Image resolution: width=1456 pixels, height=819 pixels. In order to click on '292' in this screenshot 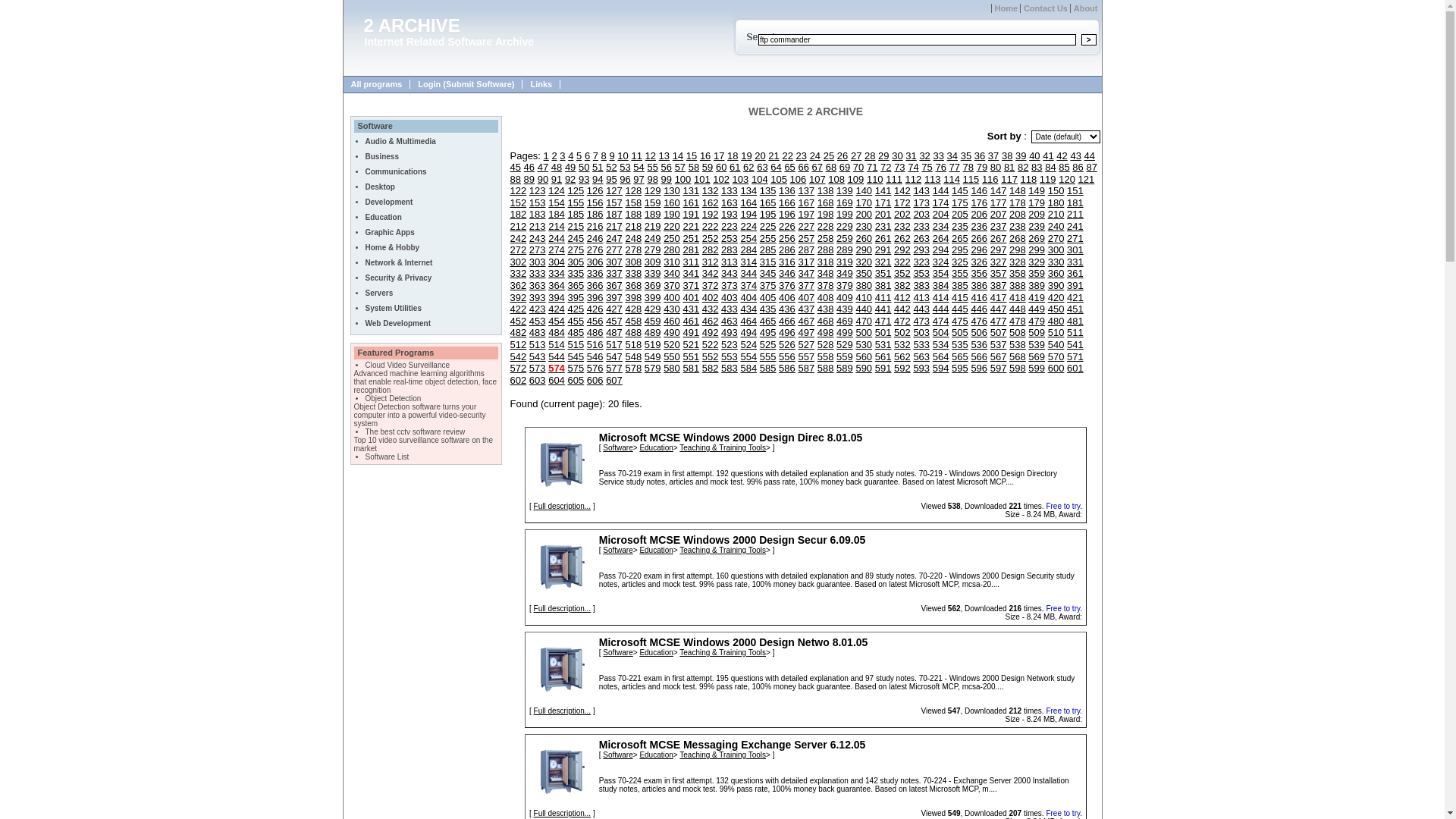, I will do `click(902, 249)`.